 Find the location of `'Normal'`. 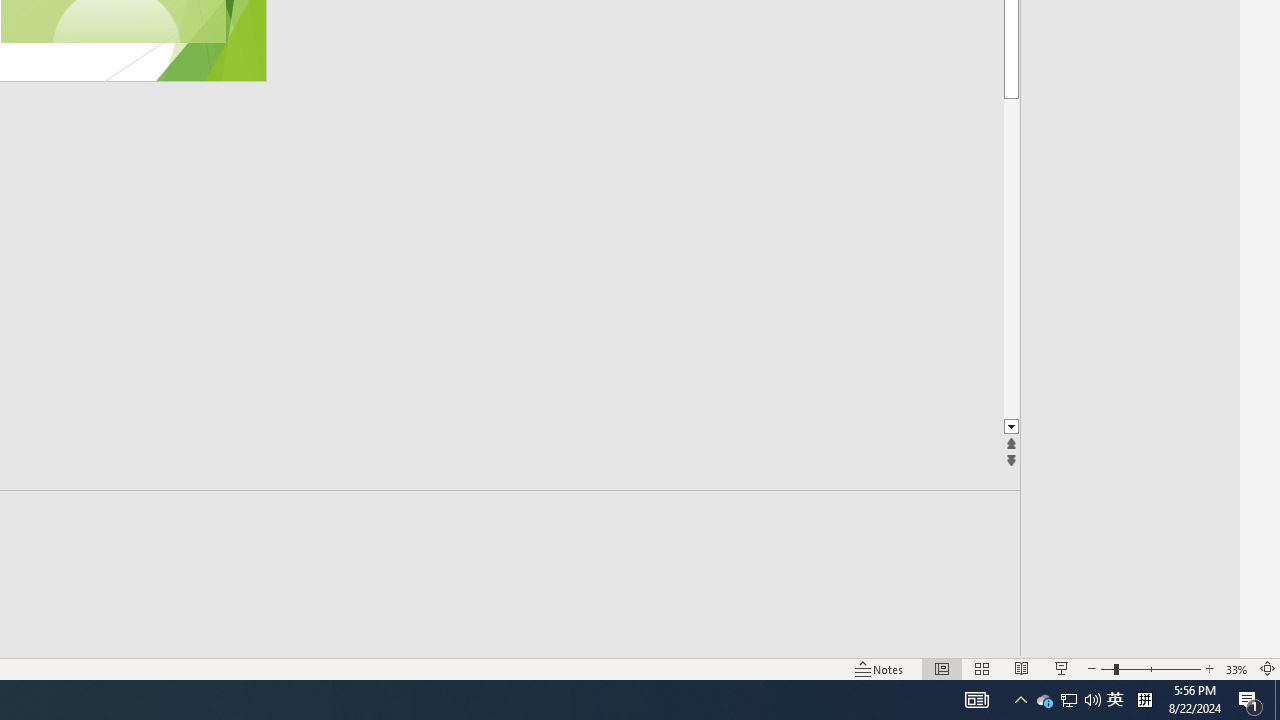

'Normal' is located at coordinates (941, 669).